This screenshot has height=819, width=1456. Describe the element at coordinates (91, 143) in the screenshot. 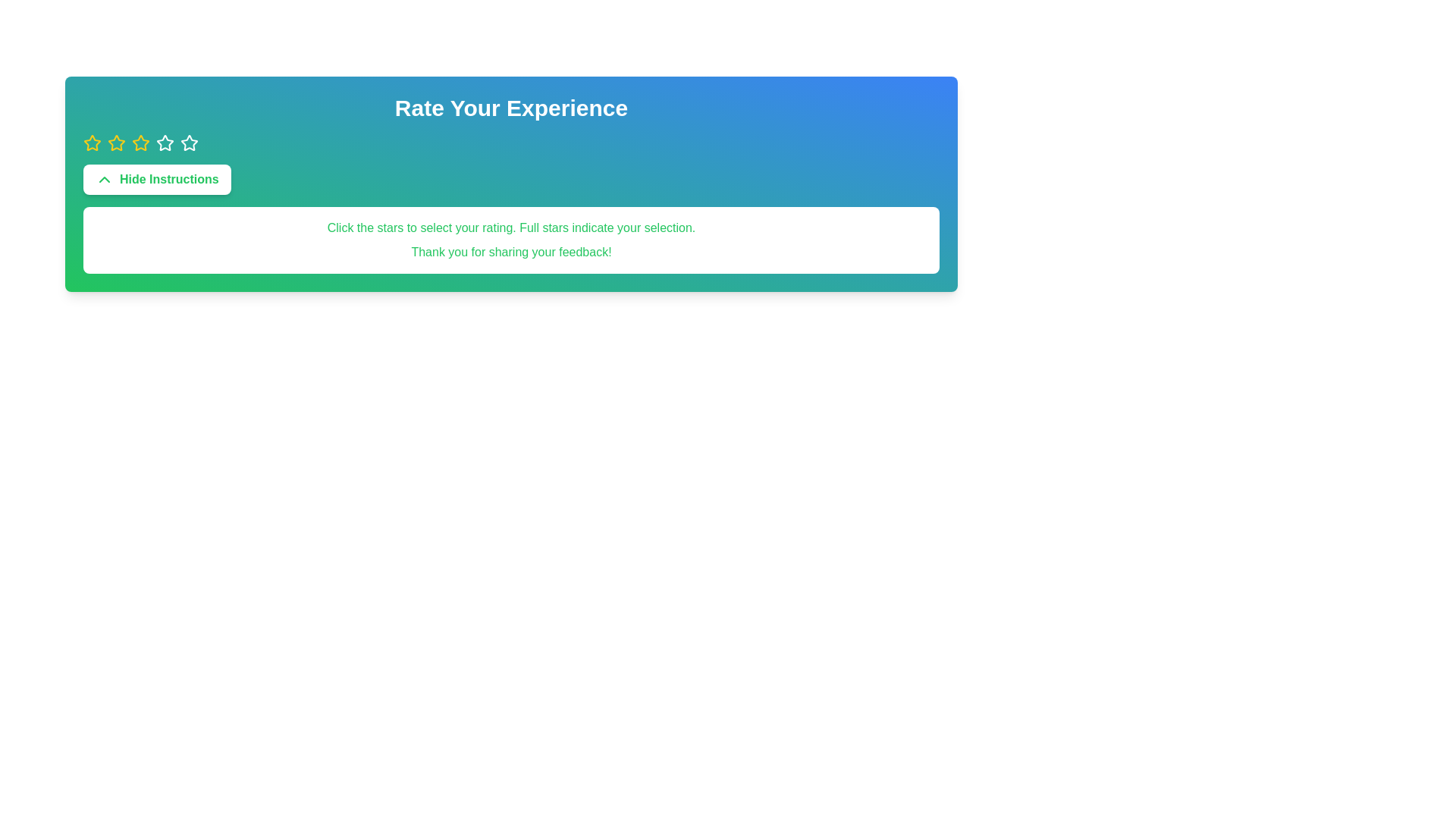

I see `the first star icon button in the rating component` at that location.